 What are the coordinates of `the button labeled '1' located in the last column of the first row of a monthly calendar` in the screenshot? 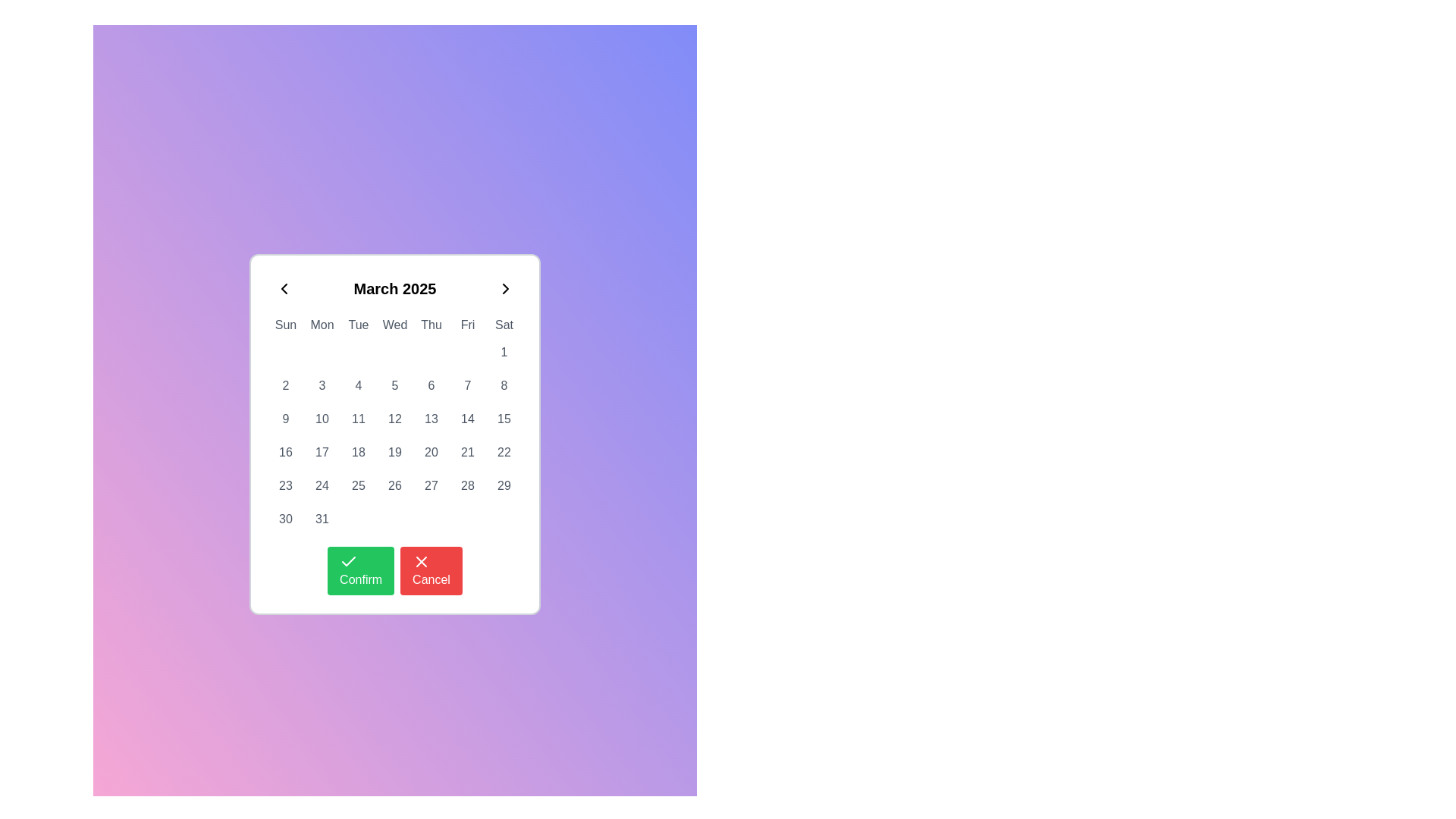 It's located at (504, 353).